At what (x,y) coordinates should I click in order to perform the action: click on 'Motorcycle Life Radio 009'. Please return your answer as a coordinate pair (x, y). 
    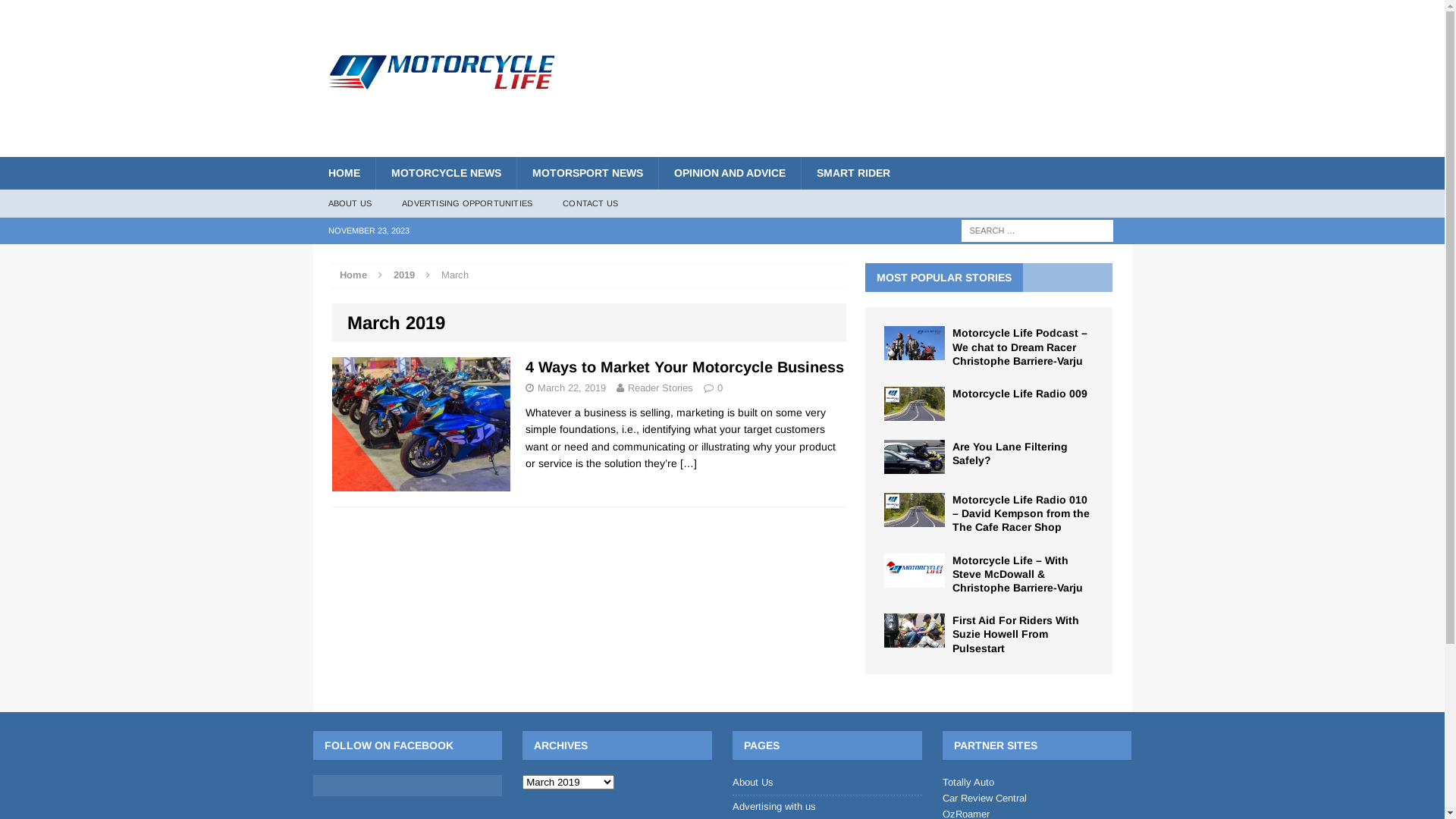
    Looking at the image, I should click on (952, 393).